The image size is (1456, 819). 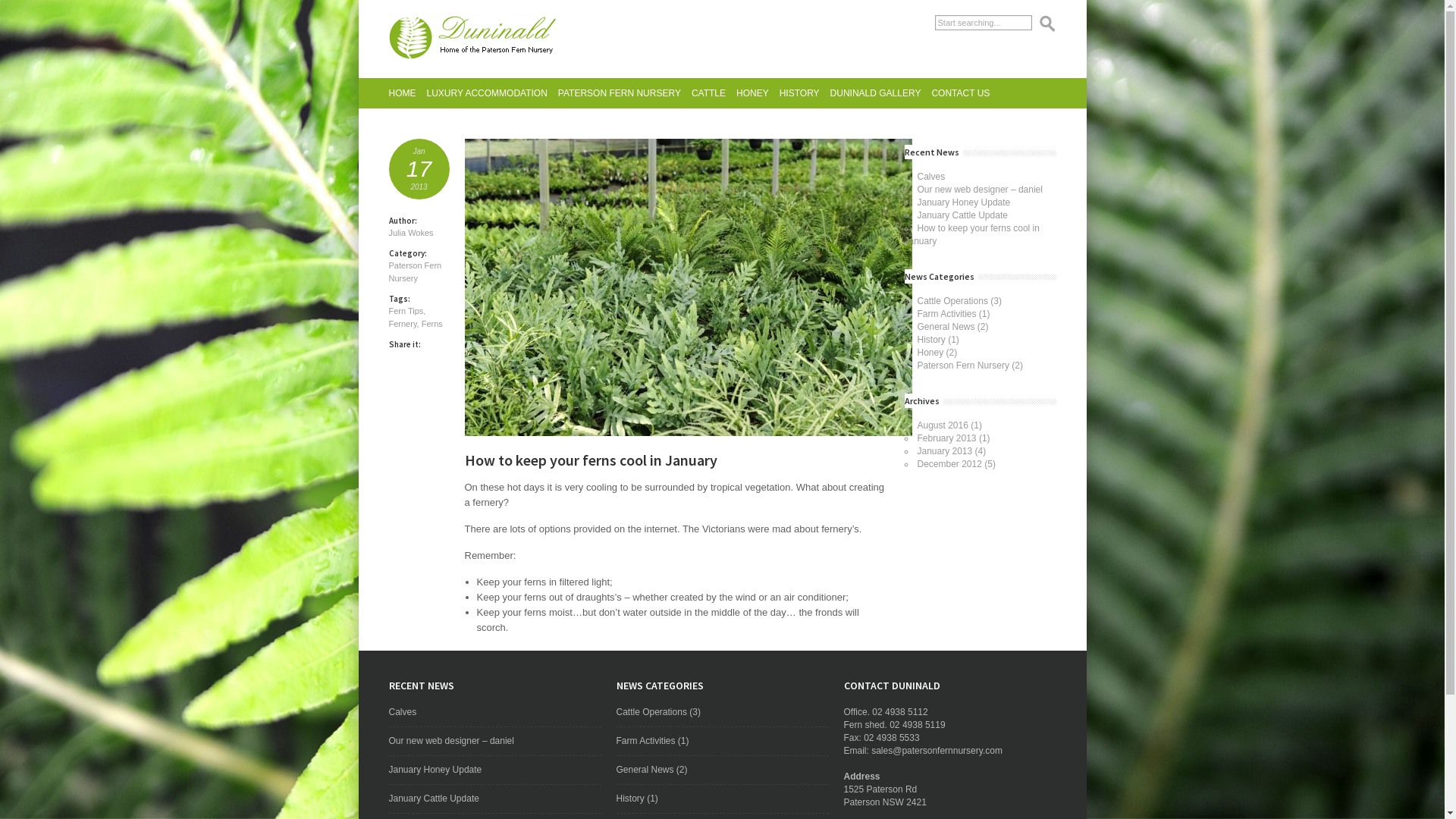 I want to click on 'DUNINALD GALLERY', so click(x=829, y=93).